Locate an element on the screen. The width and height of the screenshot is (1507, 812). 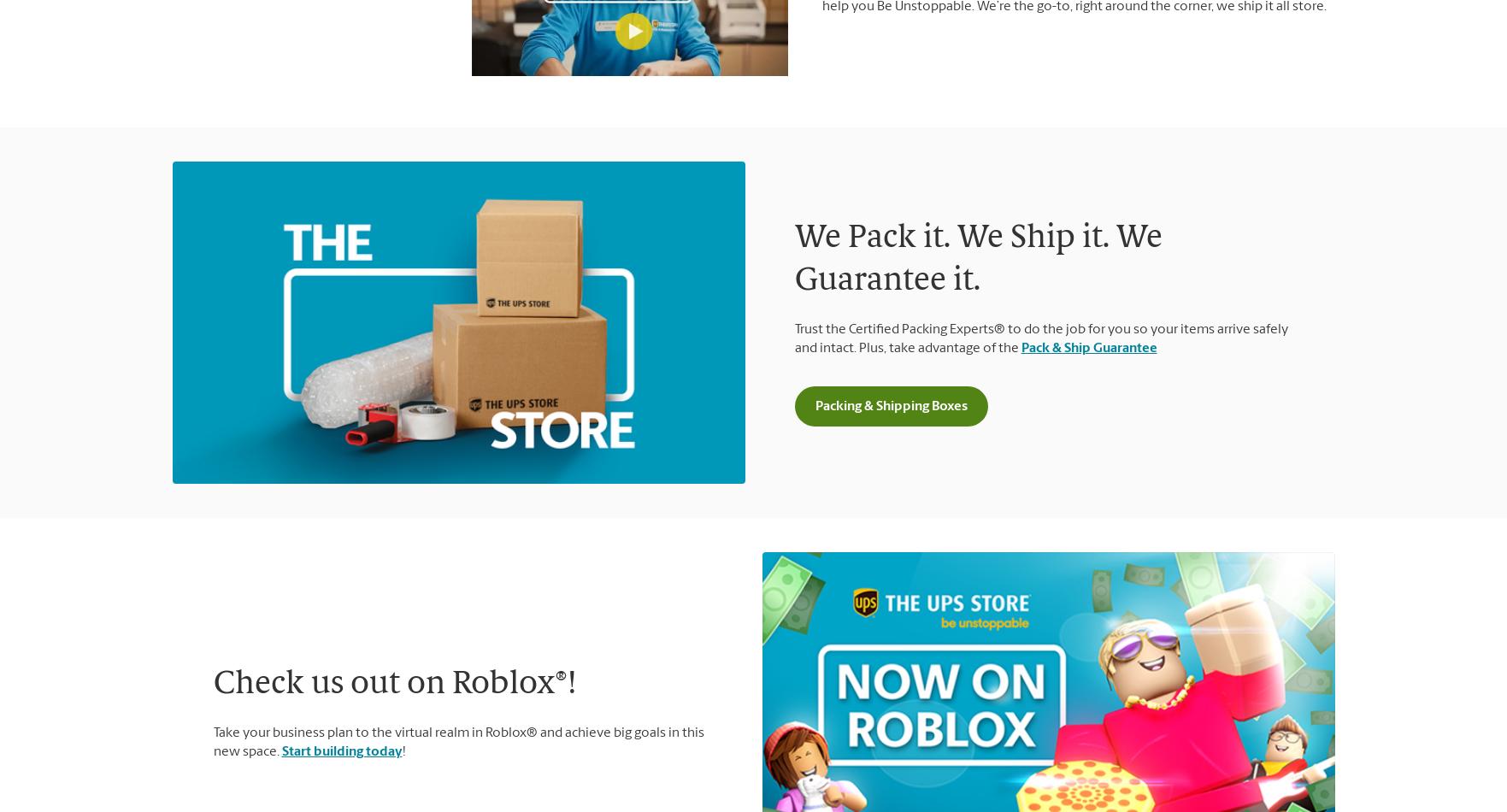
'8:00 AM' is located at coordinates (1151, 423).